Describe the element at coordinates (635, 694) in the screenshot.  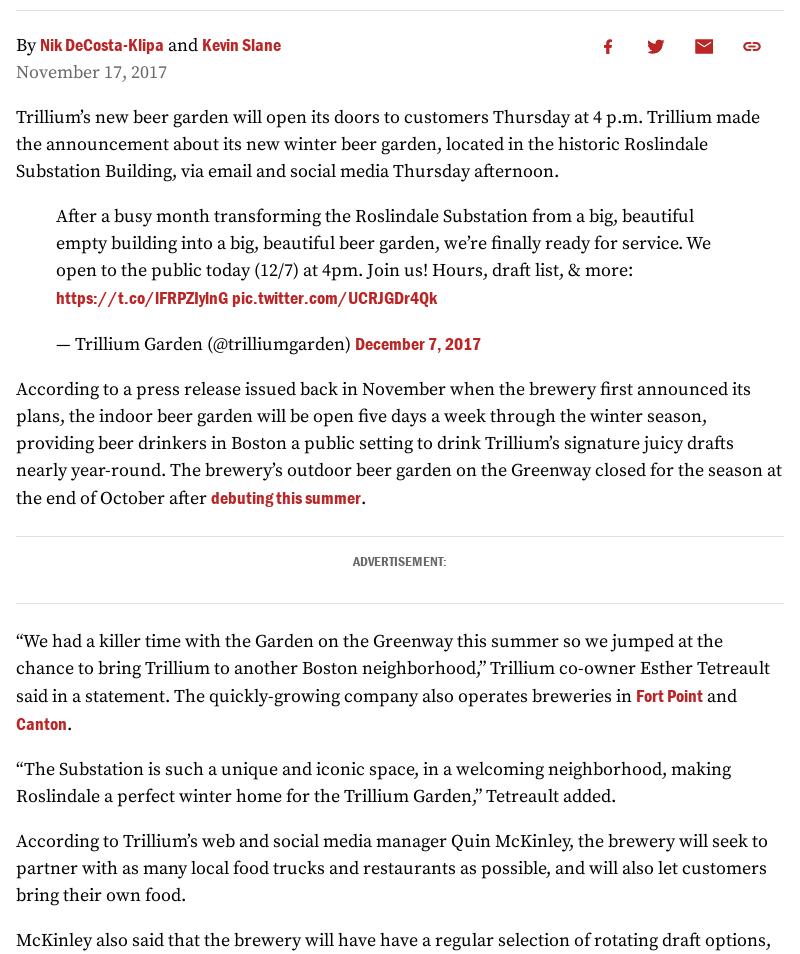
I see `'Fort Point'` at that location.